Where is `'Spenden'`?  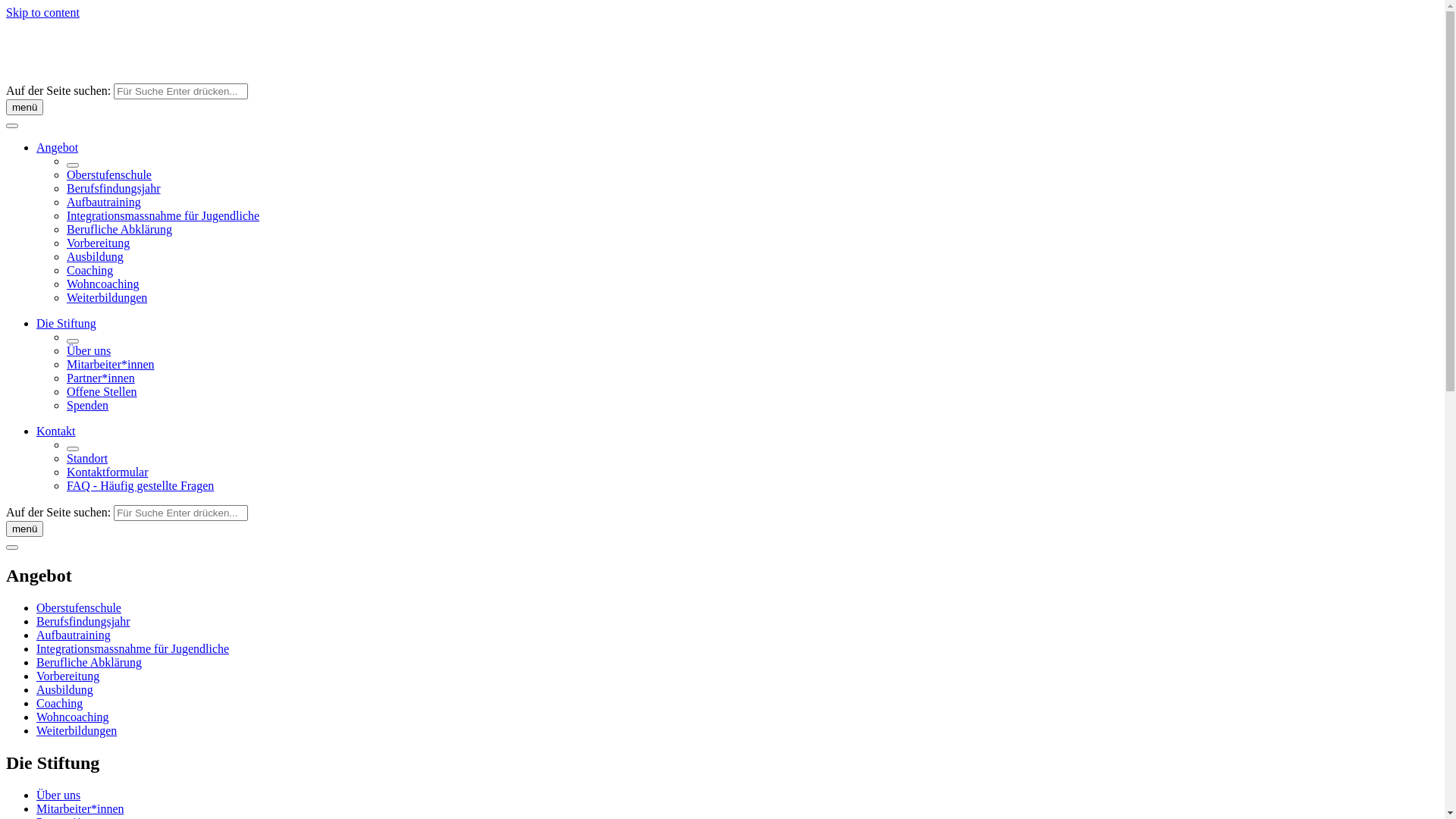
'Spenden' is located at coordinates (86, 404).